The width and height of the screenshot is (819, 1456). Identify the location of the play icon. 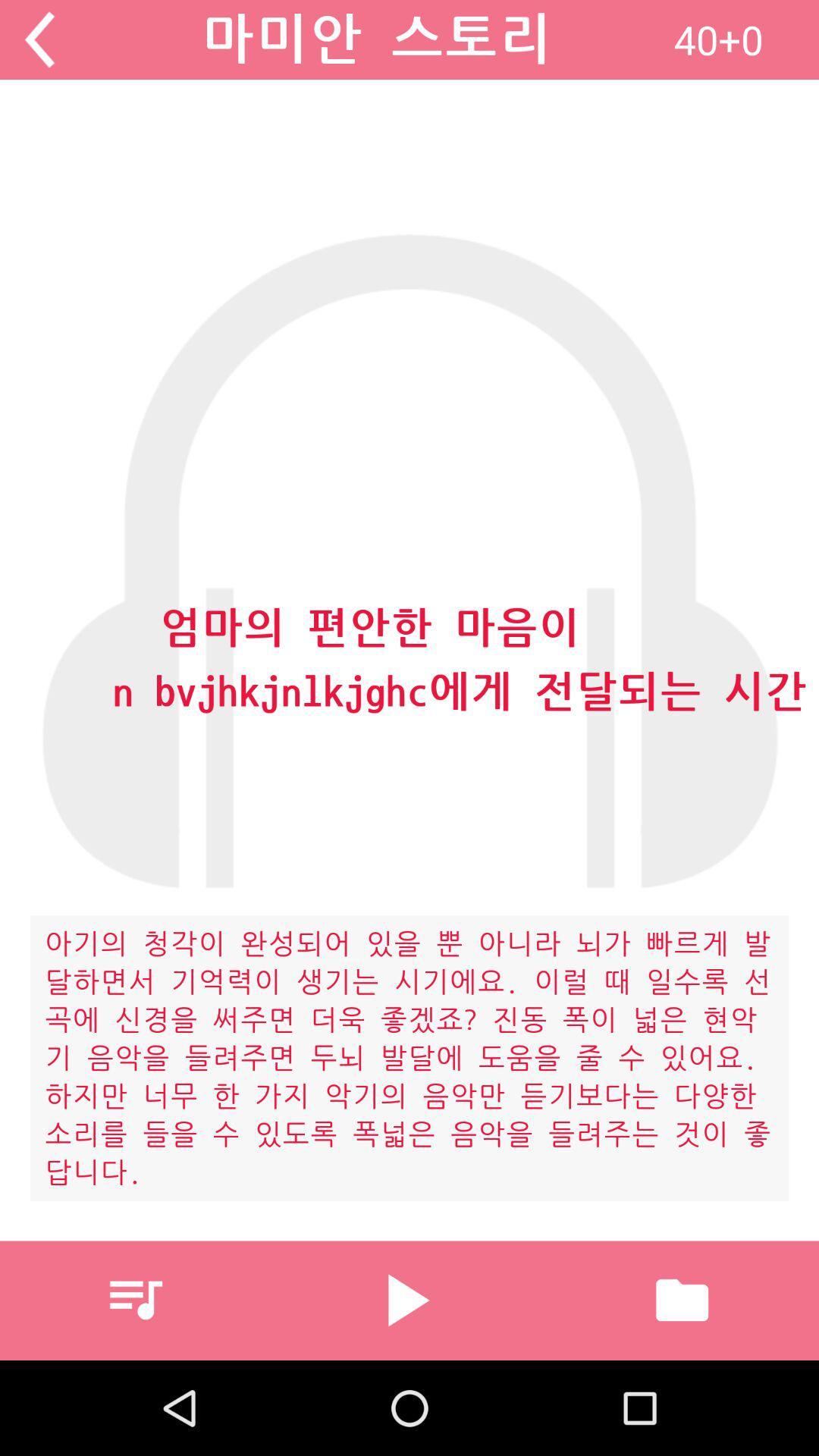
(408, 1392).